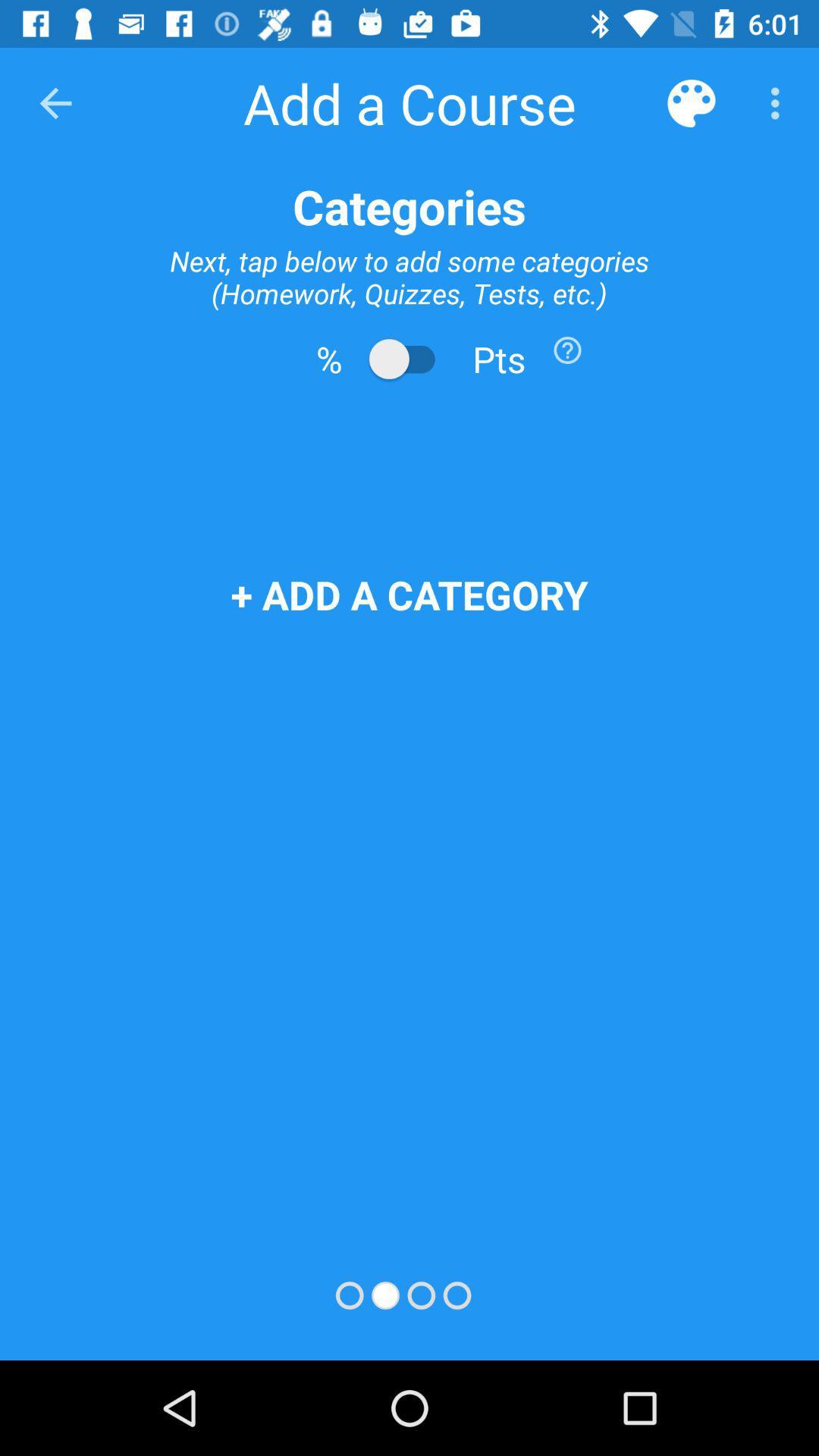 The image size is (819, 1456). Describe the element at coordinates (409, 358) in the screenshot. I see `a button for switching from percentage to pts` at that location.